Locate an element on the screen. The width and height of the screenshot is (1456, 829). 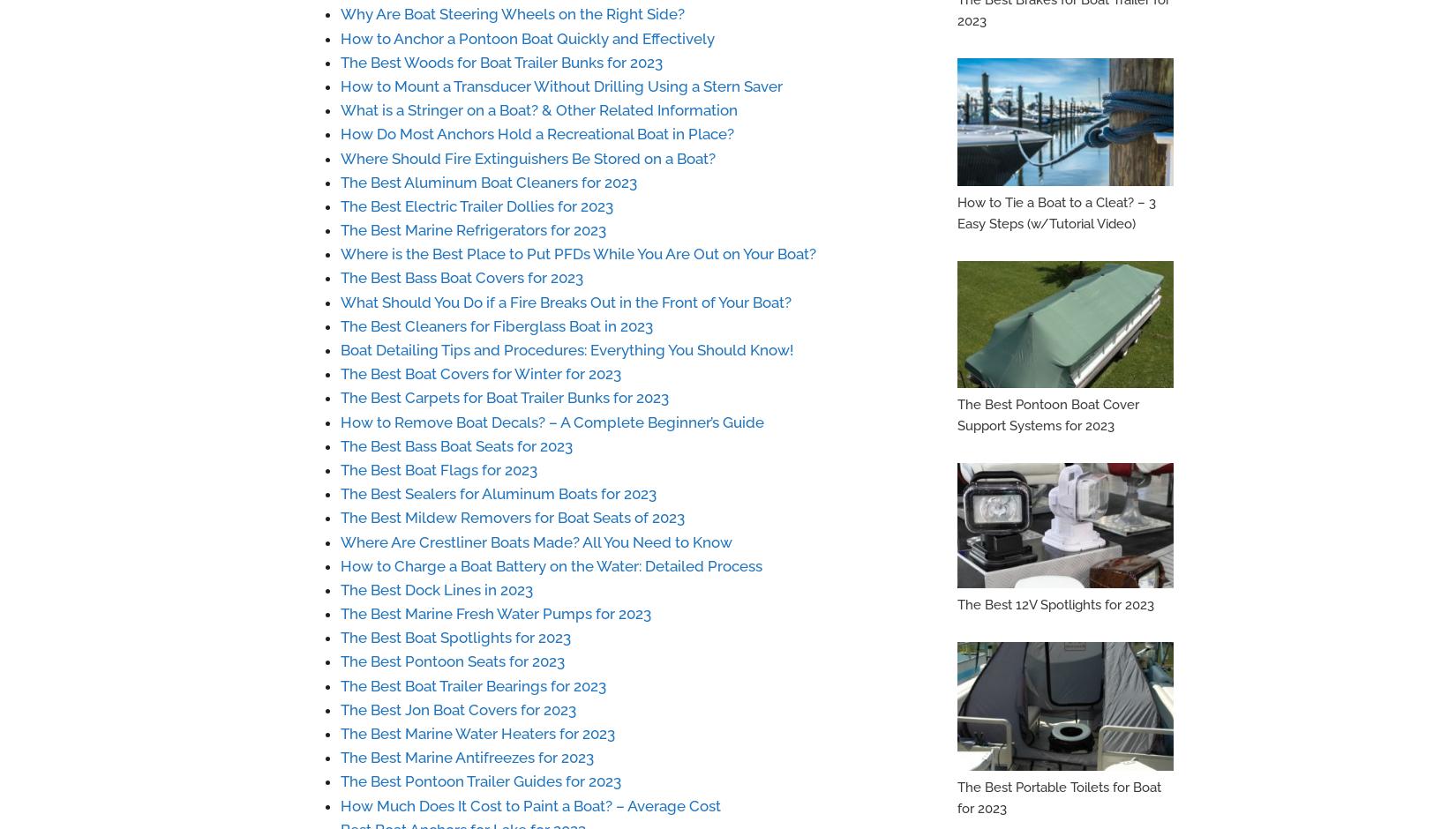
'The Best Boat Spotlights for 2023' is located at coordinates (454, 637).